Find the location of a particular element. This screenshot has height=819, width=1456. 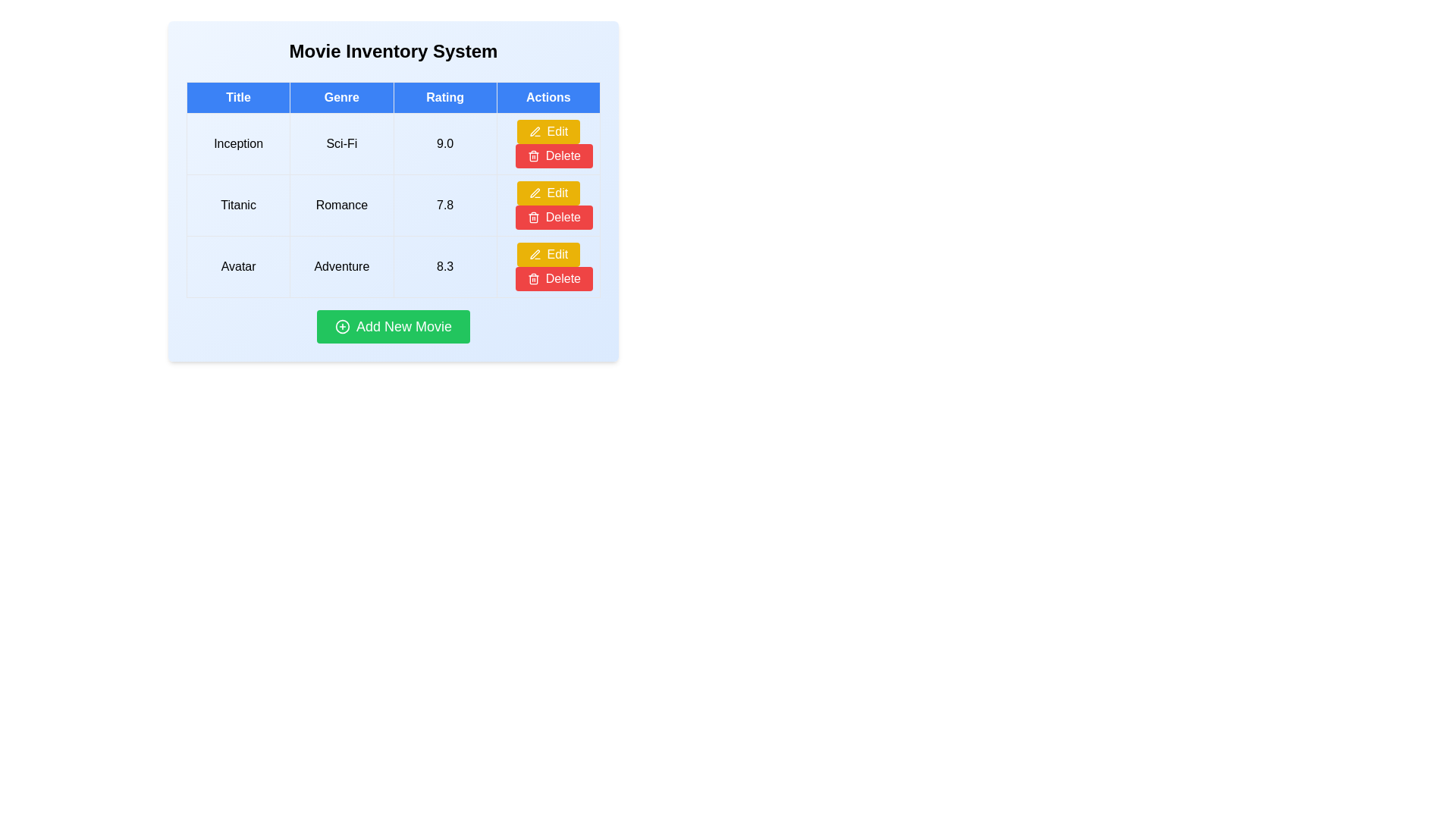

the second row of the table displaying movie details for 'Titanic' is located at coordinates (393, 205).